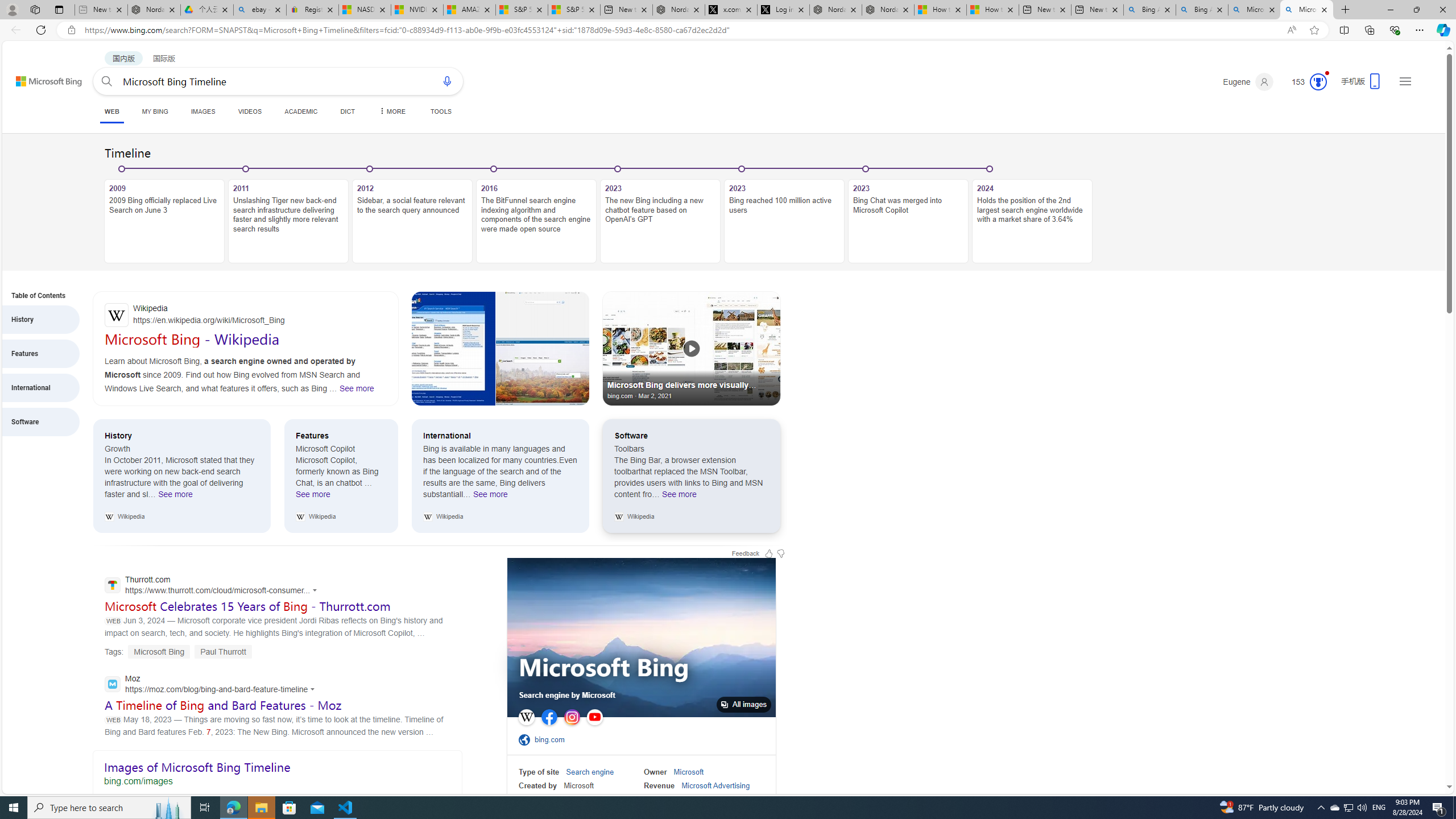 Image resolution: width=1456 pixels, height=819 pixels. Describe the element at coordinates (594, 717) in the screenshot. I see `'YouTube'` at that location.